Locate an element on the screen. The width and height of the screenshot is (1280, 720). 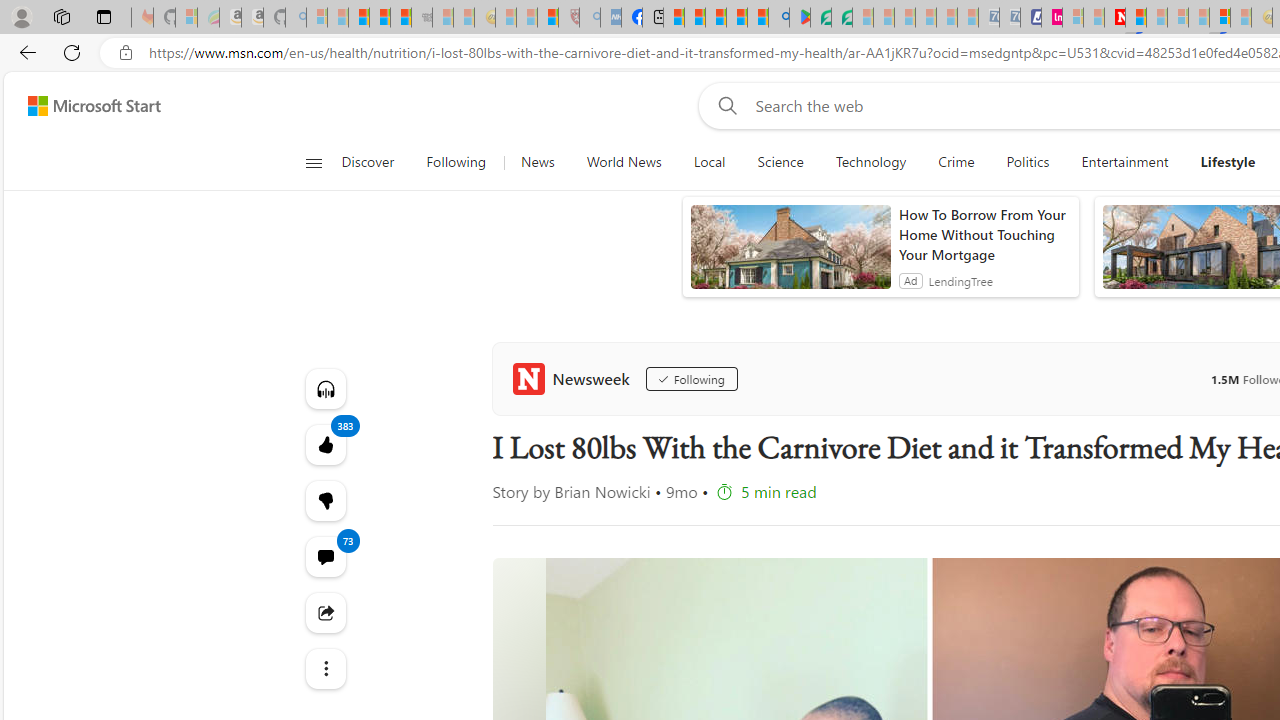
'Web search' is located at coordinates (723, 105).